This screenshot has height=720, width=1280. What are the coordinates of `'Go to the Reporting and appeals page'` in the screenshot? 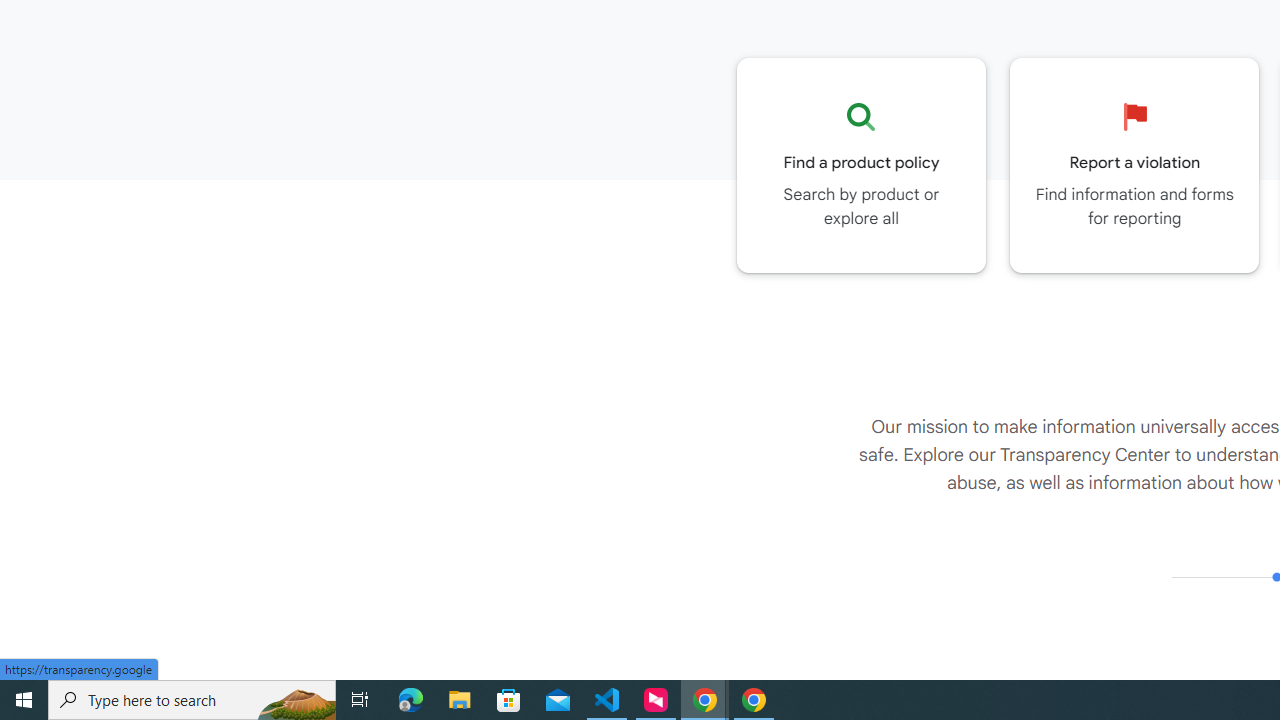 It's located at (1134, 164).